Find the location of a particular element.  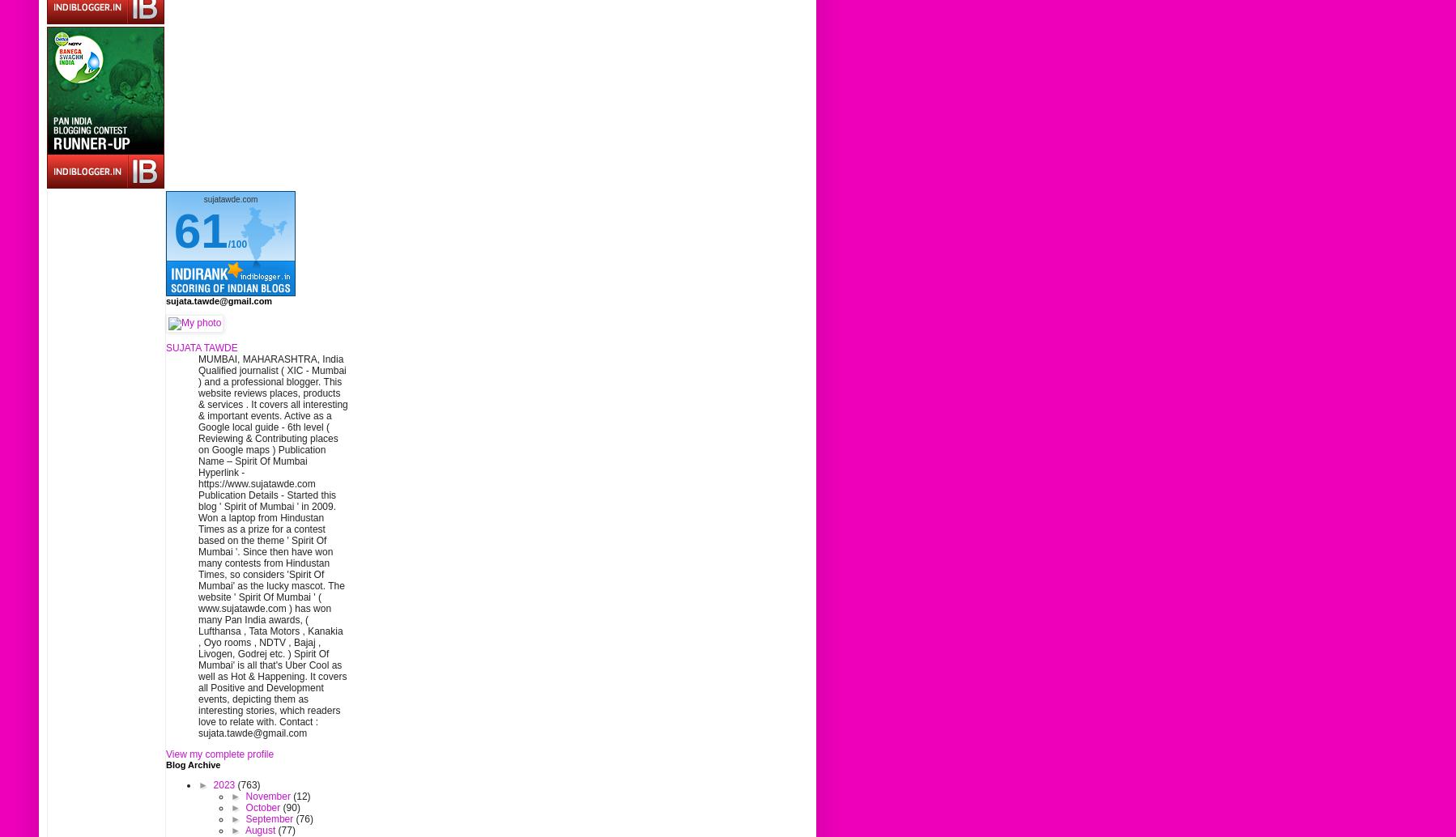

'(763)' is located at coordinates (247, 784).